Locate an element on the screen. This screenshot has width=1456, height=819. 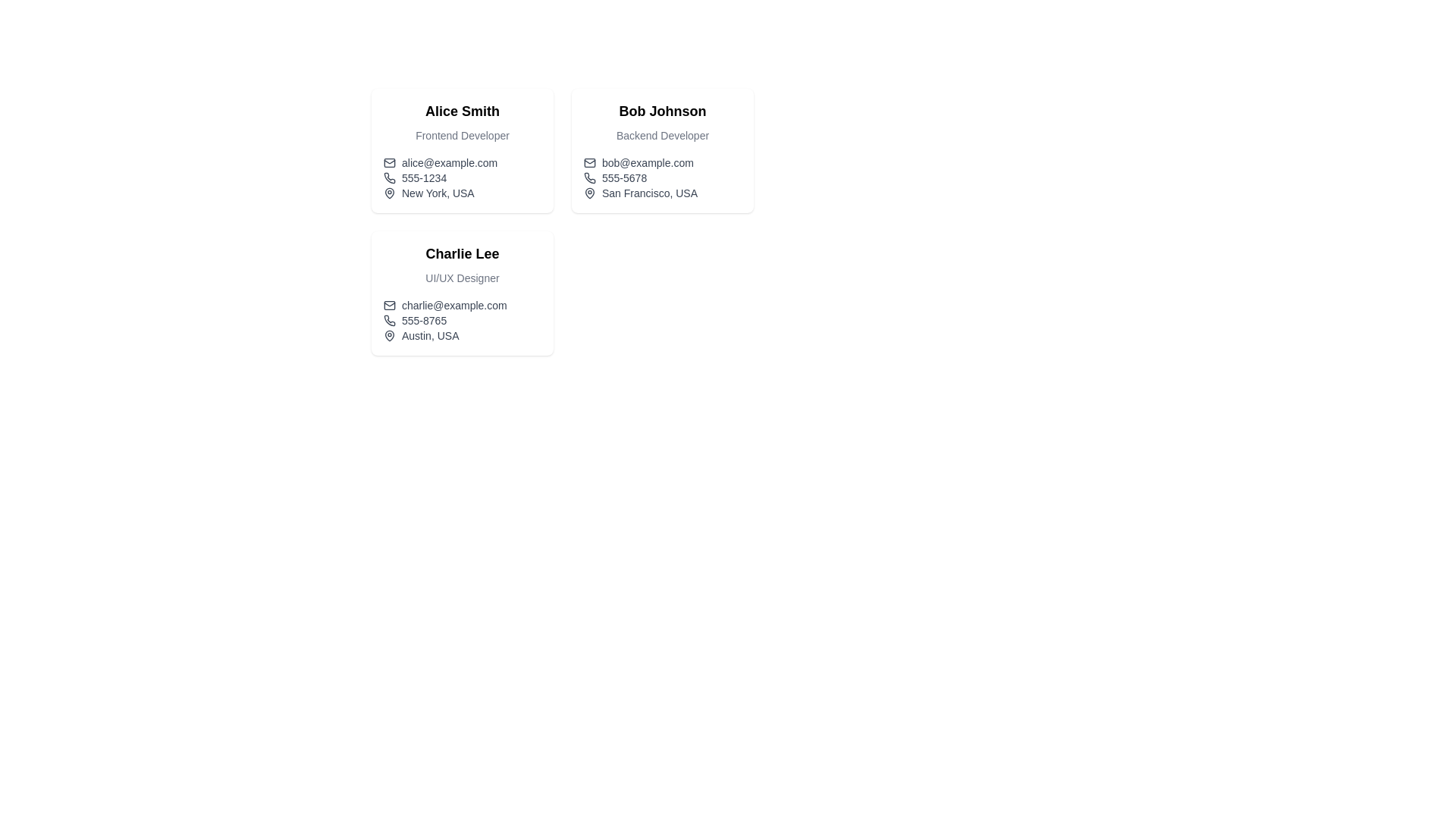
the icon representing the contact's phone number, located at the leftmost side of the '555-1234' text block within Alice Smith's contact details card is located at coordinates (389, 177).